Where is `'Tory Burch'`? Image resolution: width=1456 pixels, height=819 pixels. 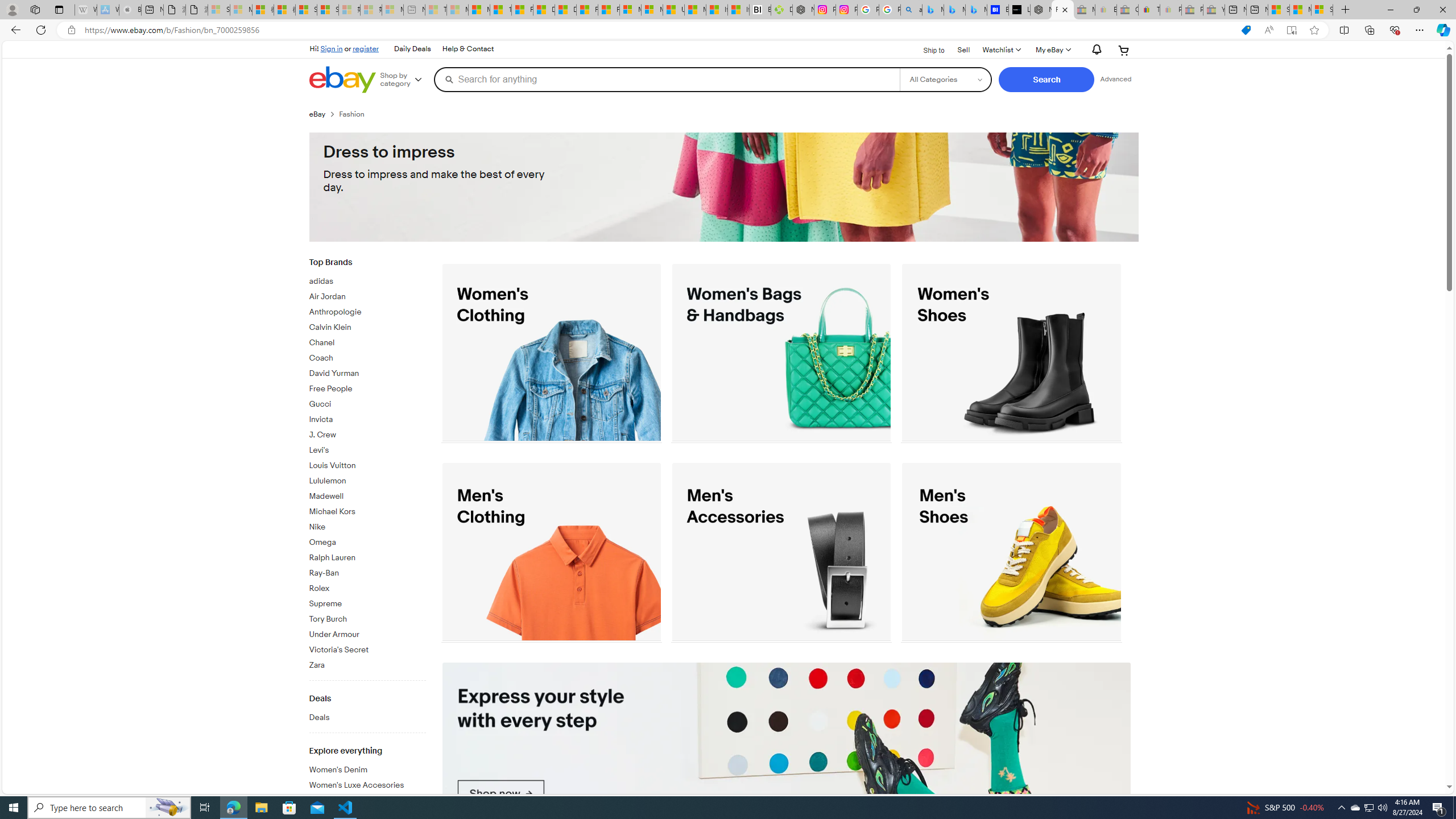 'Tory Burch' is located at coordinates (367, 619).